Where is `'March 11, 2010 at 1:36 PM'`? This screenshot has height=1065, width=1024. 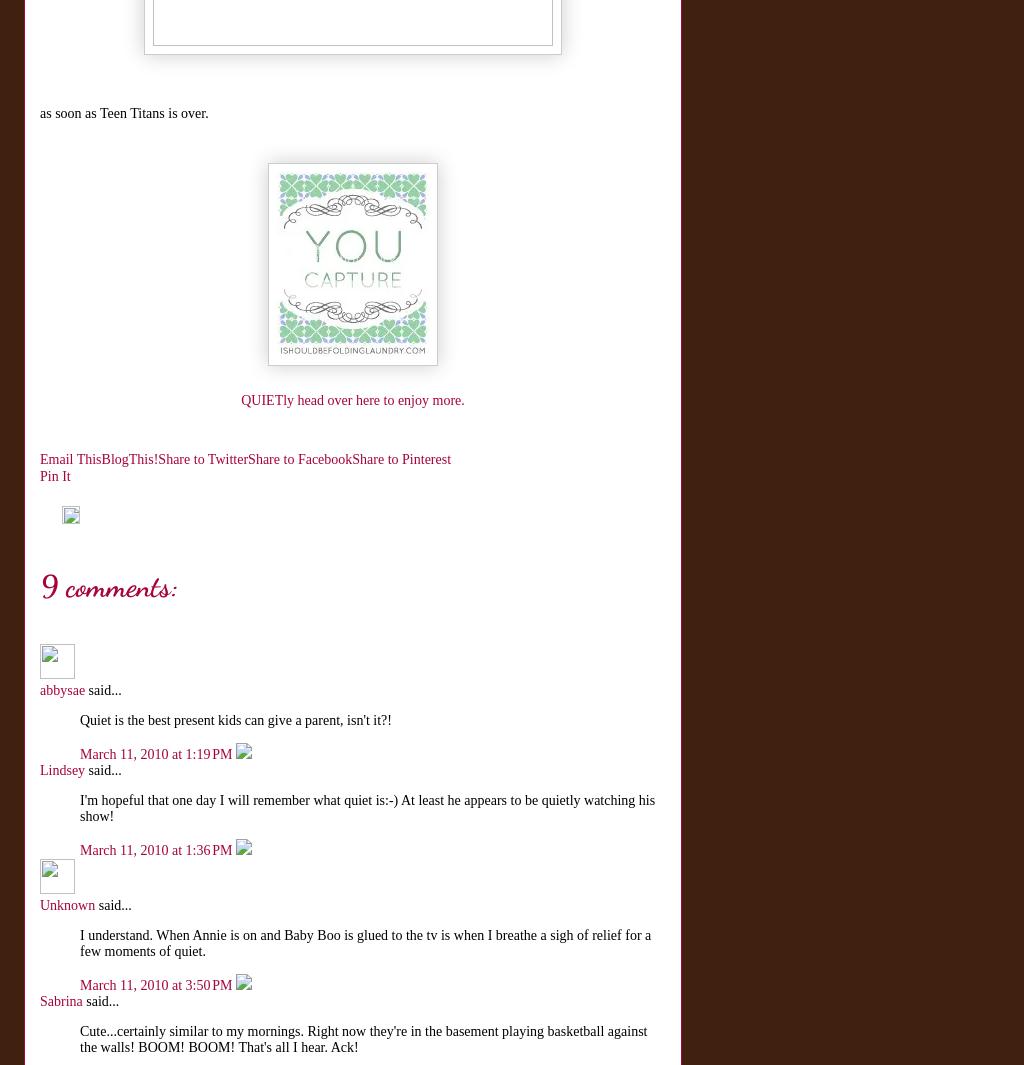
'March 11, 2010 at 1:36 PM' is located at coordinates (157, 850).